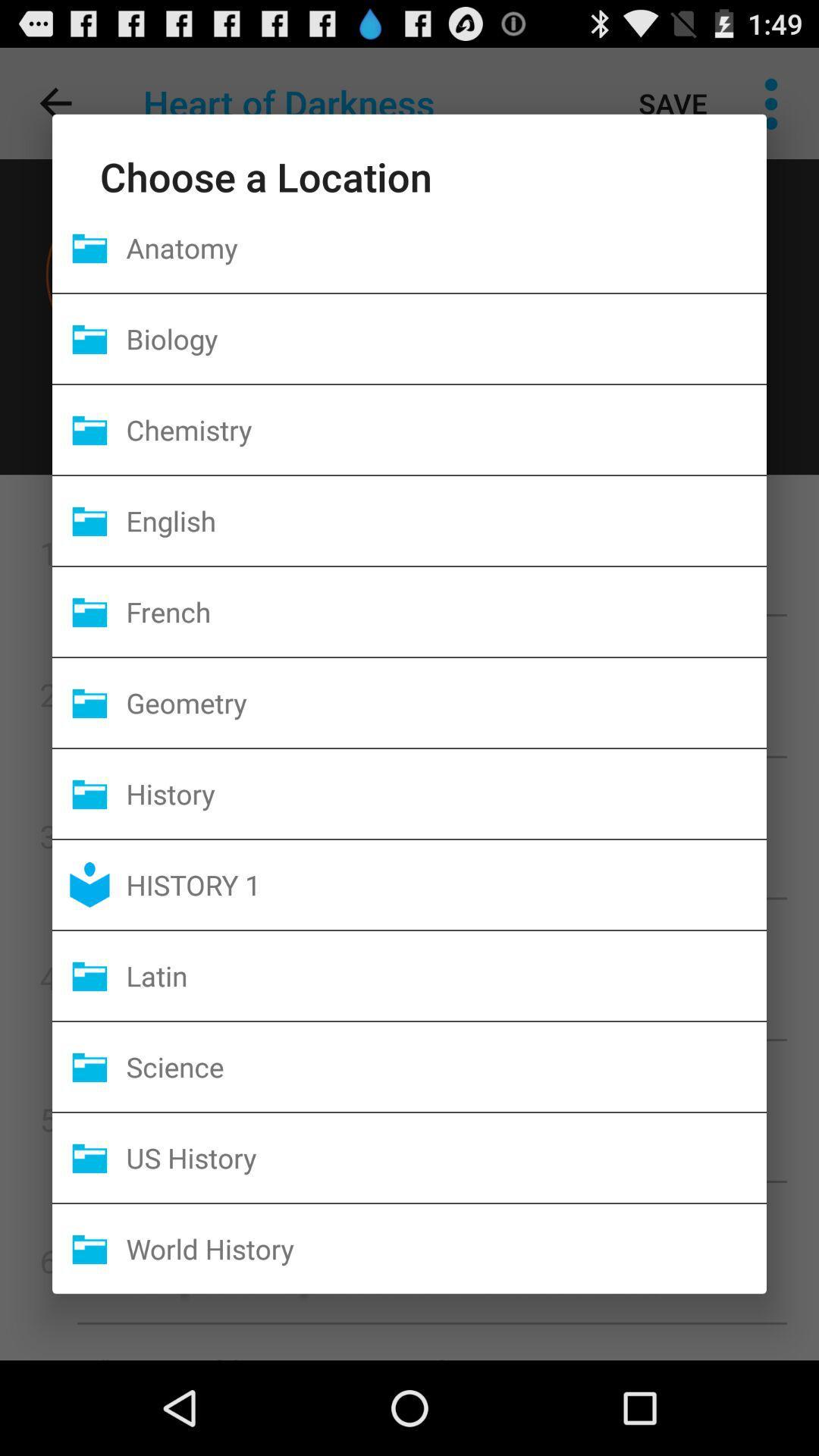 The image size is (819, 1456). I want to click on the world history, so click(445, 1248).